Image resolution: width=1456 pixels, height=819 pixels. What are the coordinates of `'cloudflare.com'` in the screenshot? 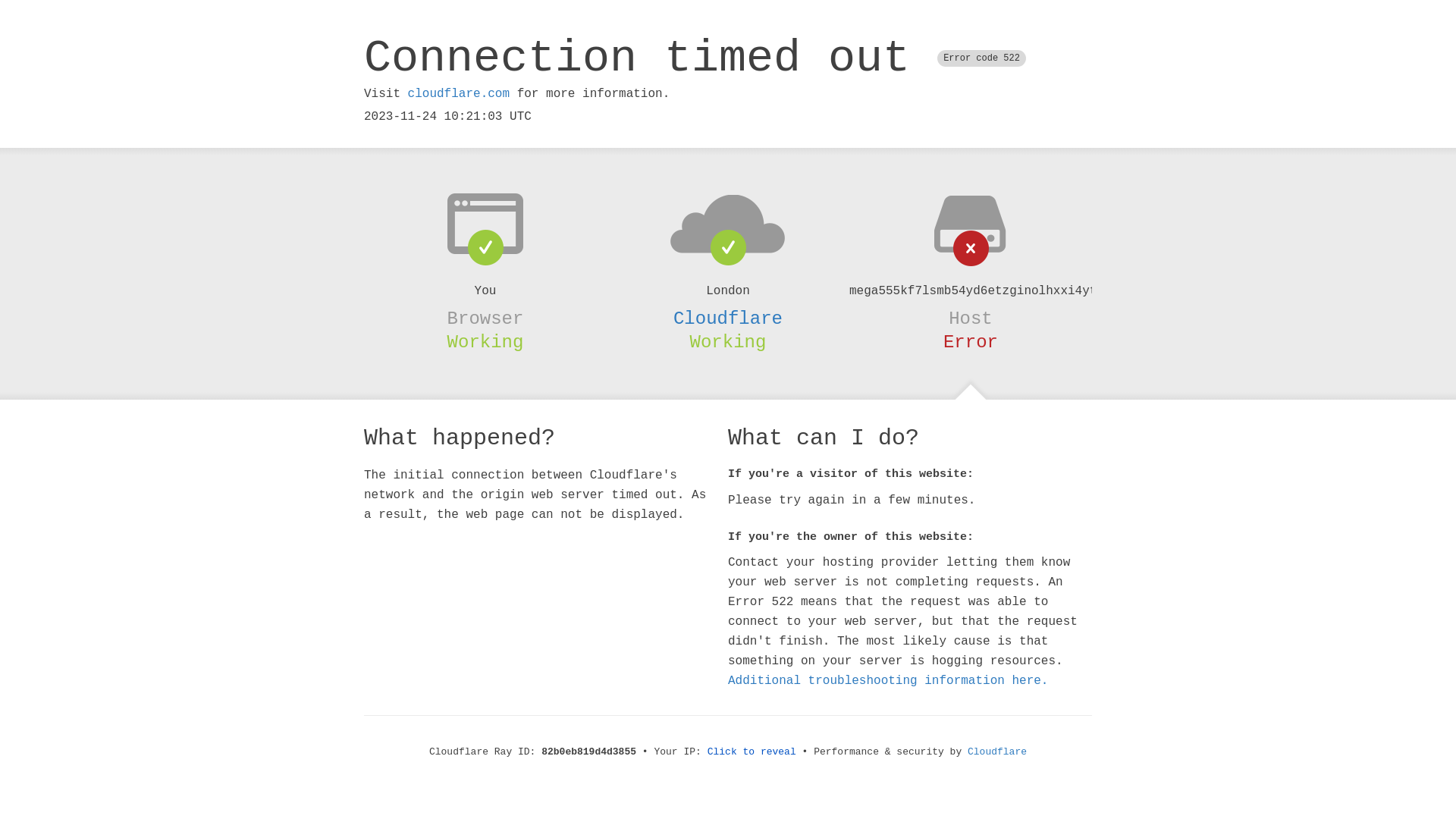 It's located at (457, 93).